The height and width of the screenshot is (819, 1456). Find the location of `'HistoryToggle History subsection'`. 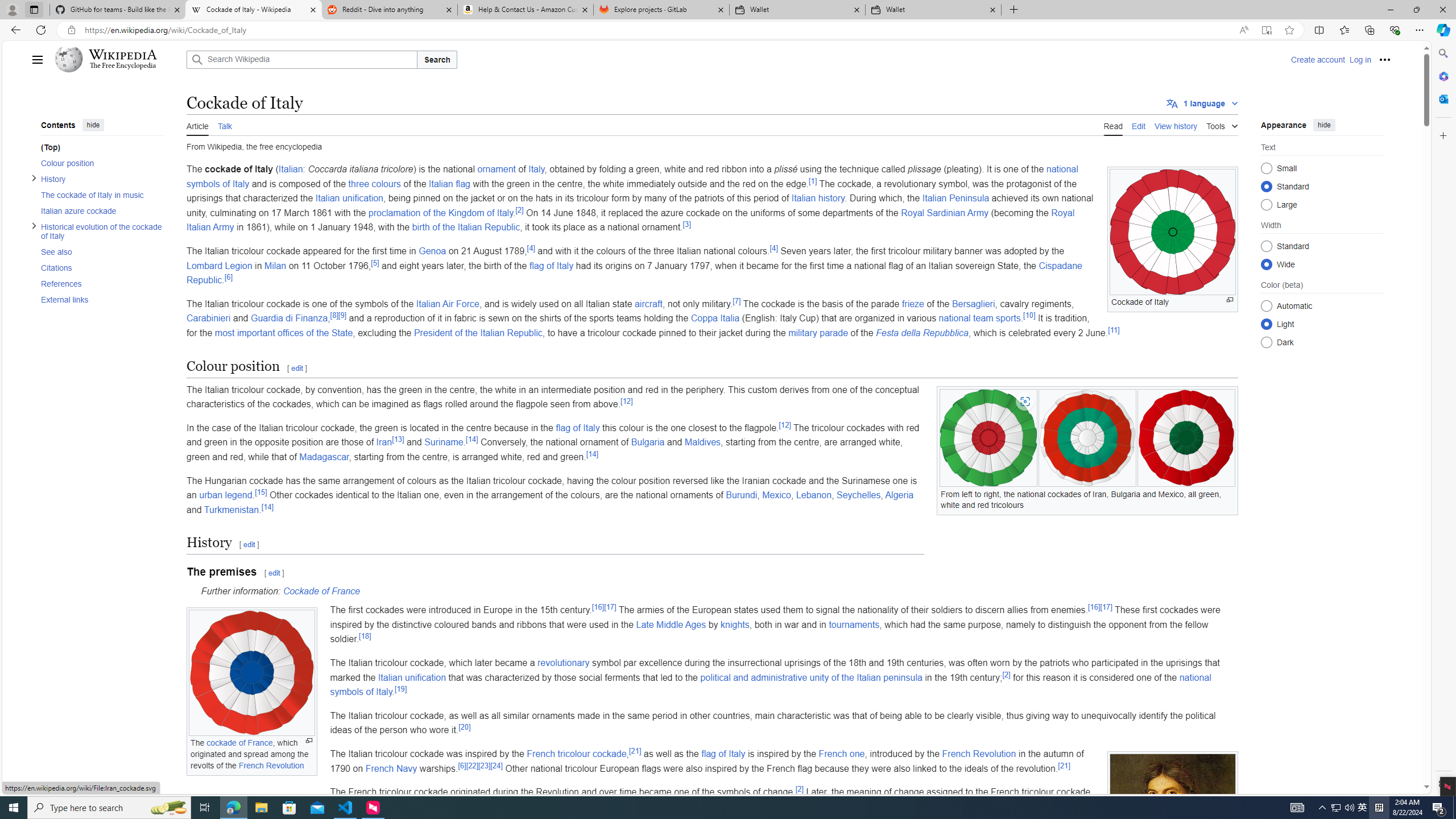

'HistoryToggle History subsection' is located at coordinates (97, 178).